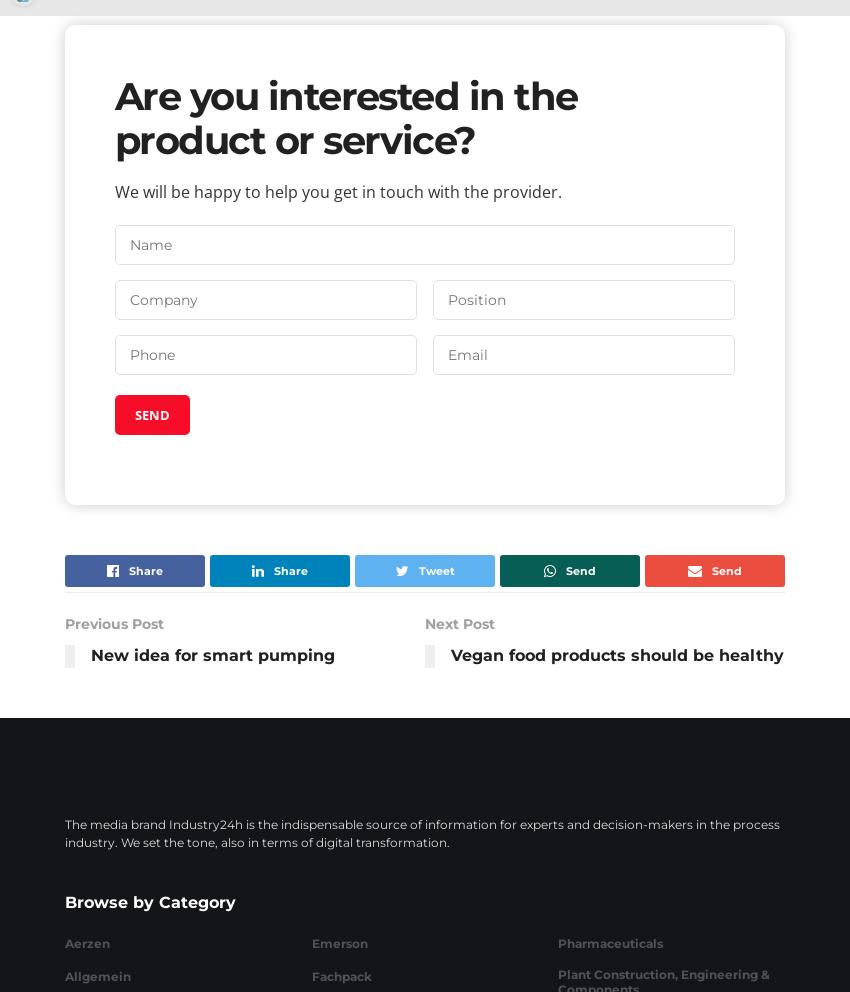 The width and height of the screenshot is (850, 992). I want to click on 'New idea for smart pumping', so click(212, 655).